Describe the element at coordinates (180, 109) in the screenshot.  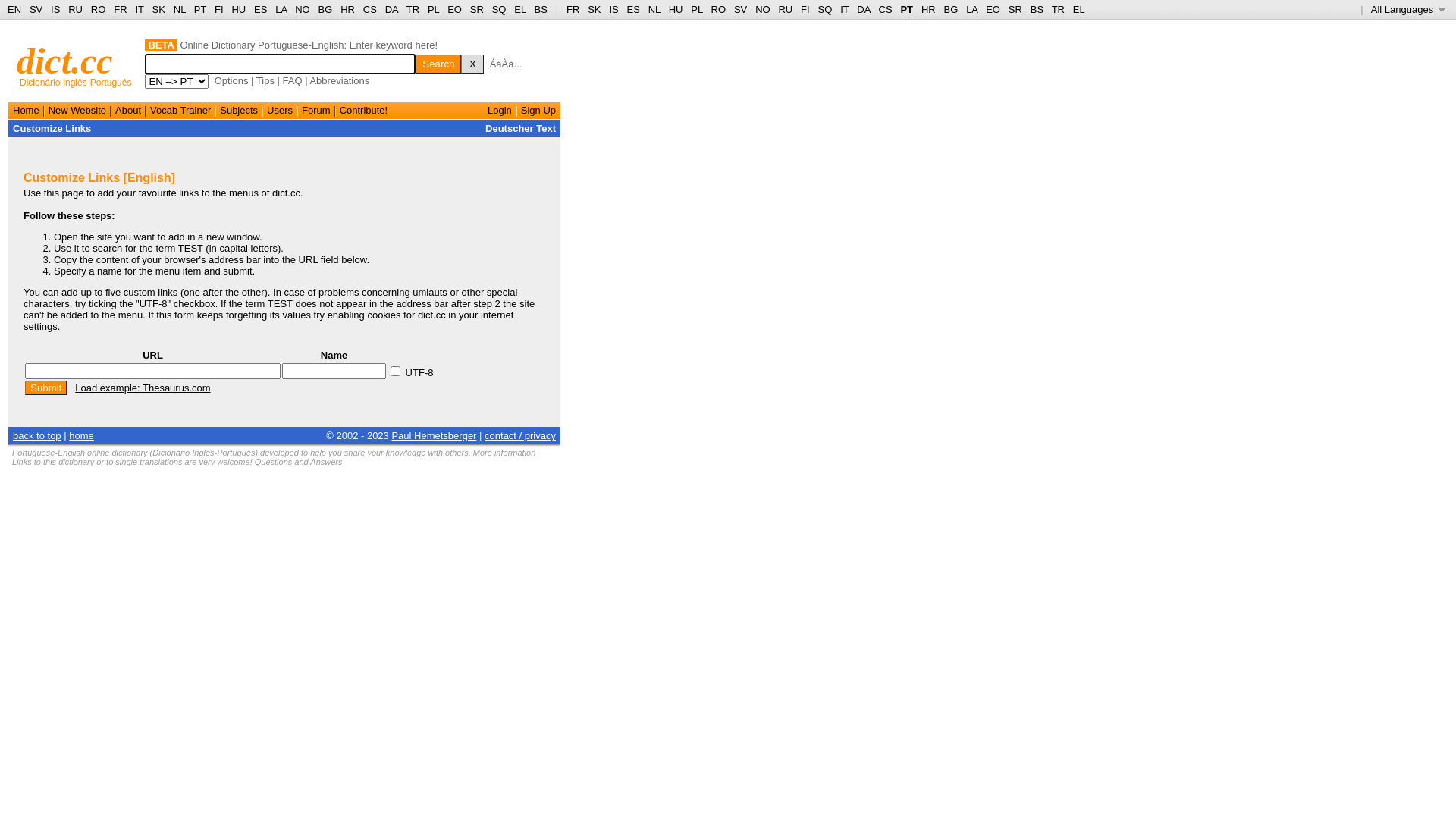
I see `'Vocab Trainer'` at that location.